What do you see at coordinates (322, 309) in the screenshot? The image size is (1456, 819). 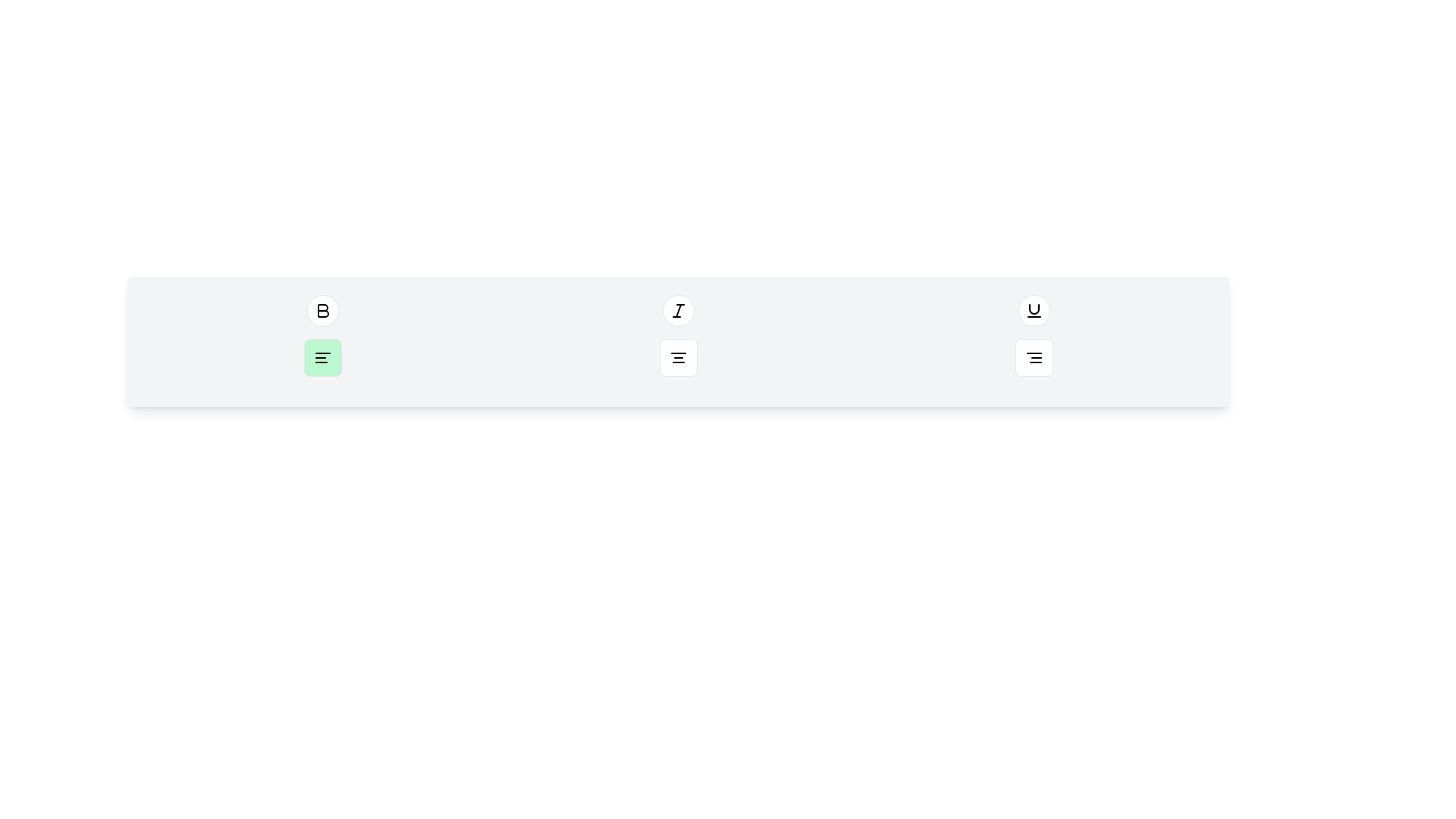 I see `the bold text formatting icon located in the horizontal toolbar interface above the second button, to select it for applying bold styling` at bounding box center [322, 309].